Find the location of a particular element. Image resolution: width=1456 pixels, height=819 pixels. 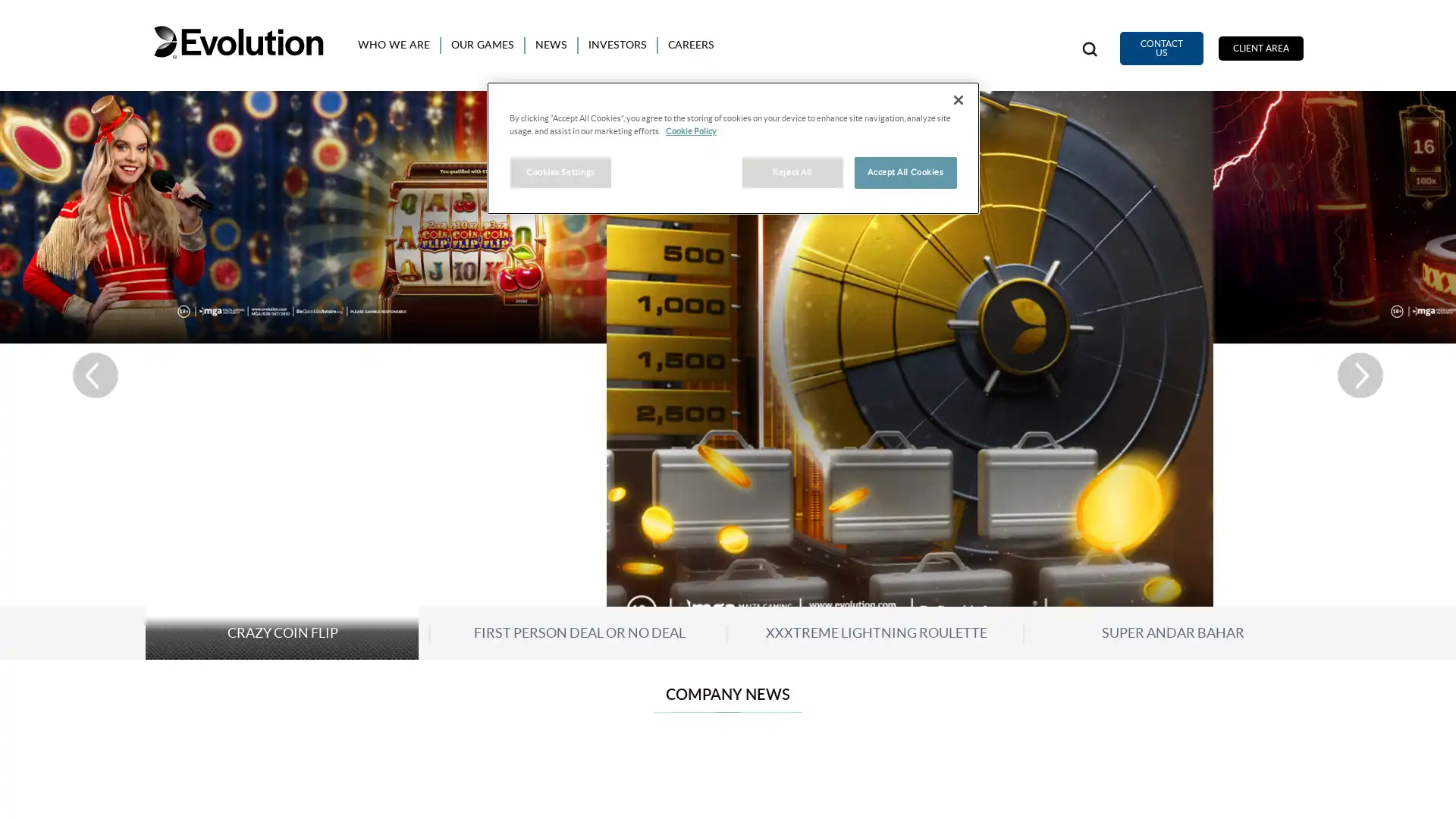

Cookies Settings is located at coordinates (560, 171).